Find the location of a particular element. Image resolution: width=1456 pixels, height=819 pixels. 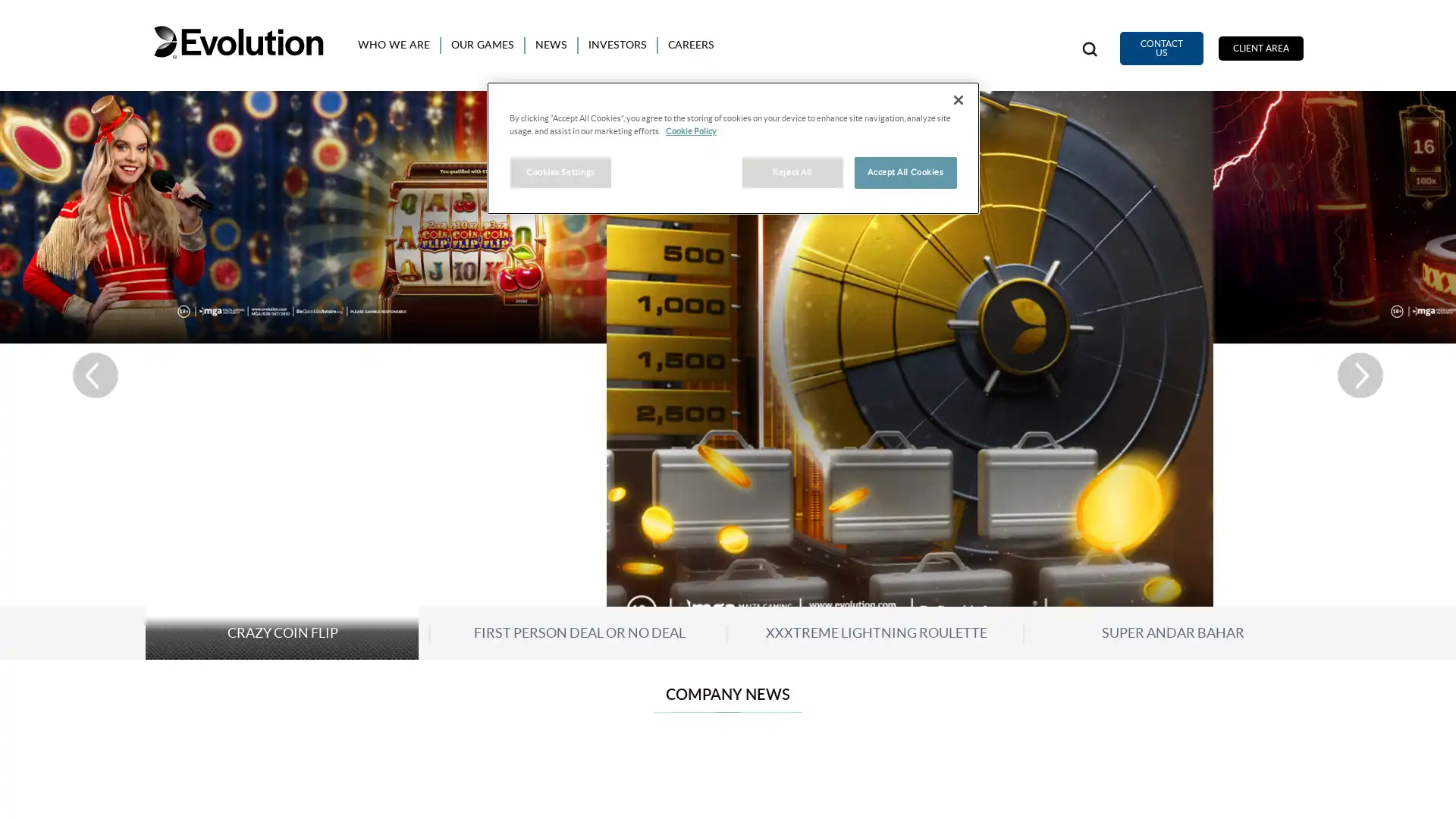

Cookies Settings is located at coordinates (560, 171).